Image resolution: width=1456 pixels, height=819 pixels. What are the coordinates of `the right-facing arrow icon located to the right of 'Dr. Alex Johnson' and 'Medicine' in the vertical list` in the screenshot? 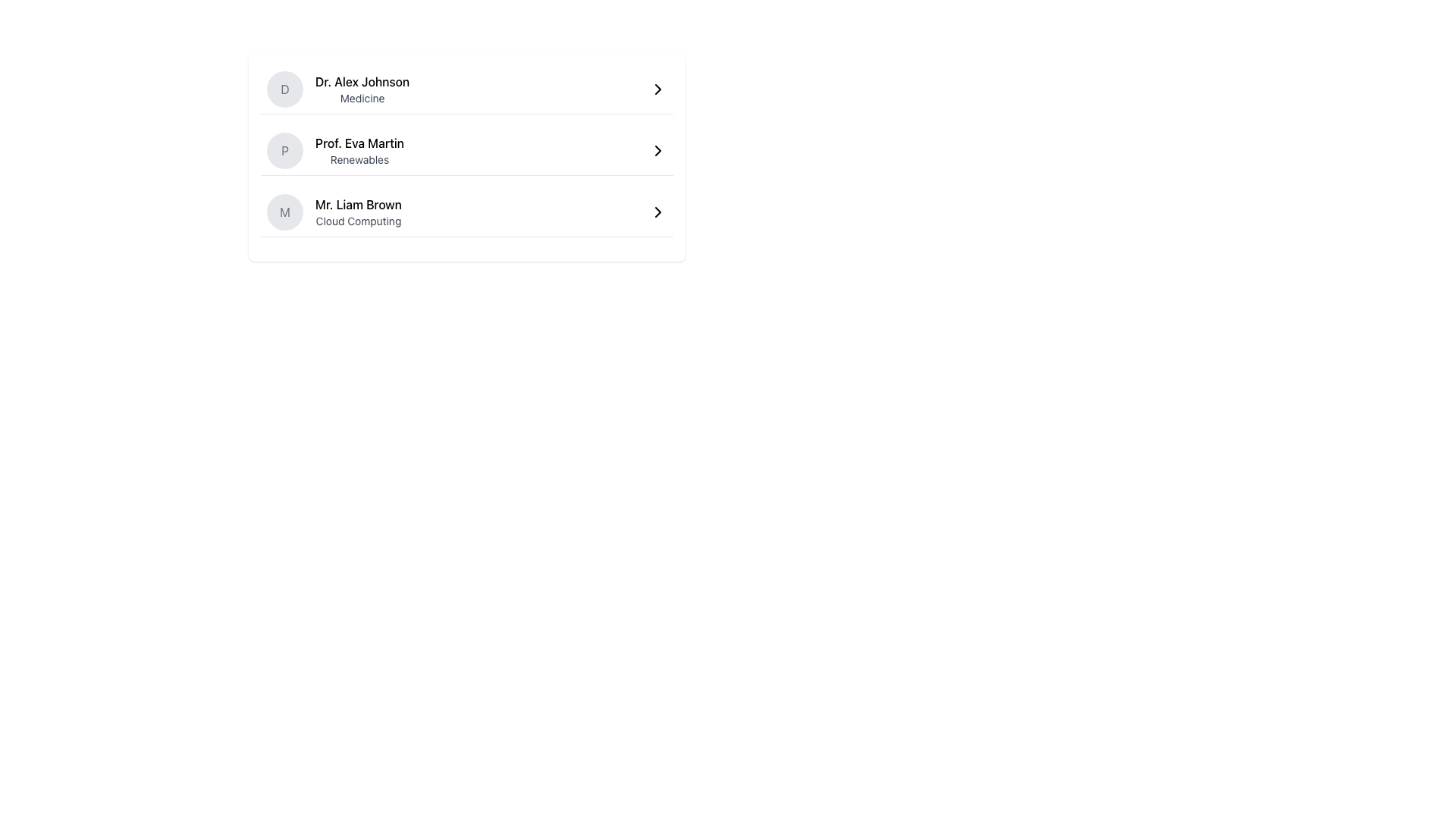 It's located at (658, 89).